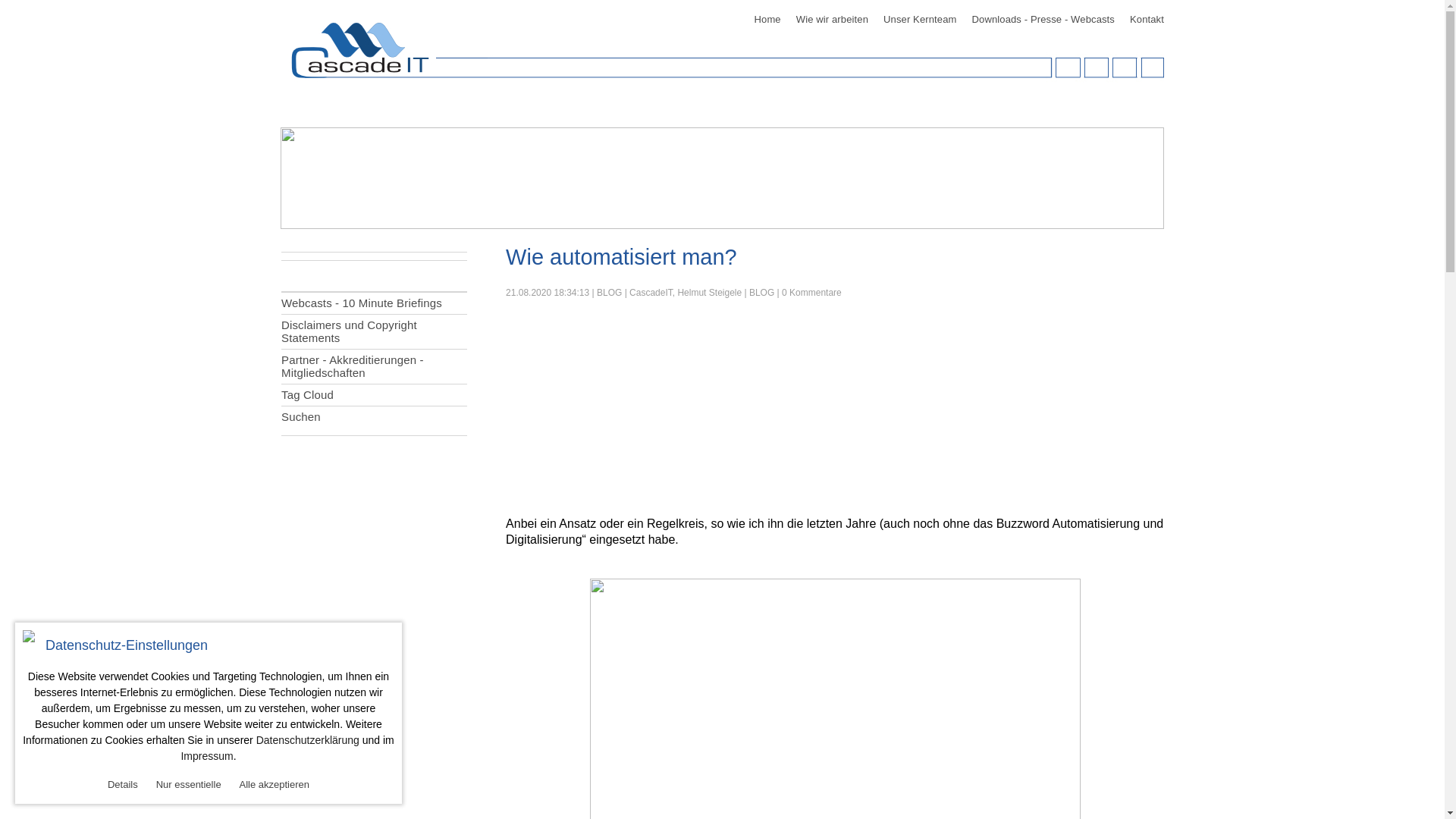 The width and height of the screenshot is (1456, 819). I want to click on 'Alle akzeptieren', so click(231, 783).